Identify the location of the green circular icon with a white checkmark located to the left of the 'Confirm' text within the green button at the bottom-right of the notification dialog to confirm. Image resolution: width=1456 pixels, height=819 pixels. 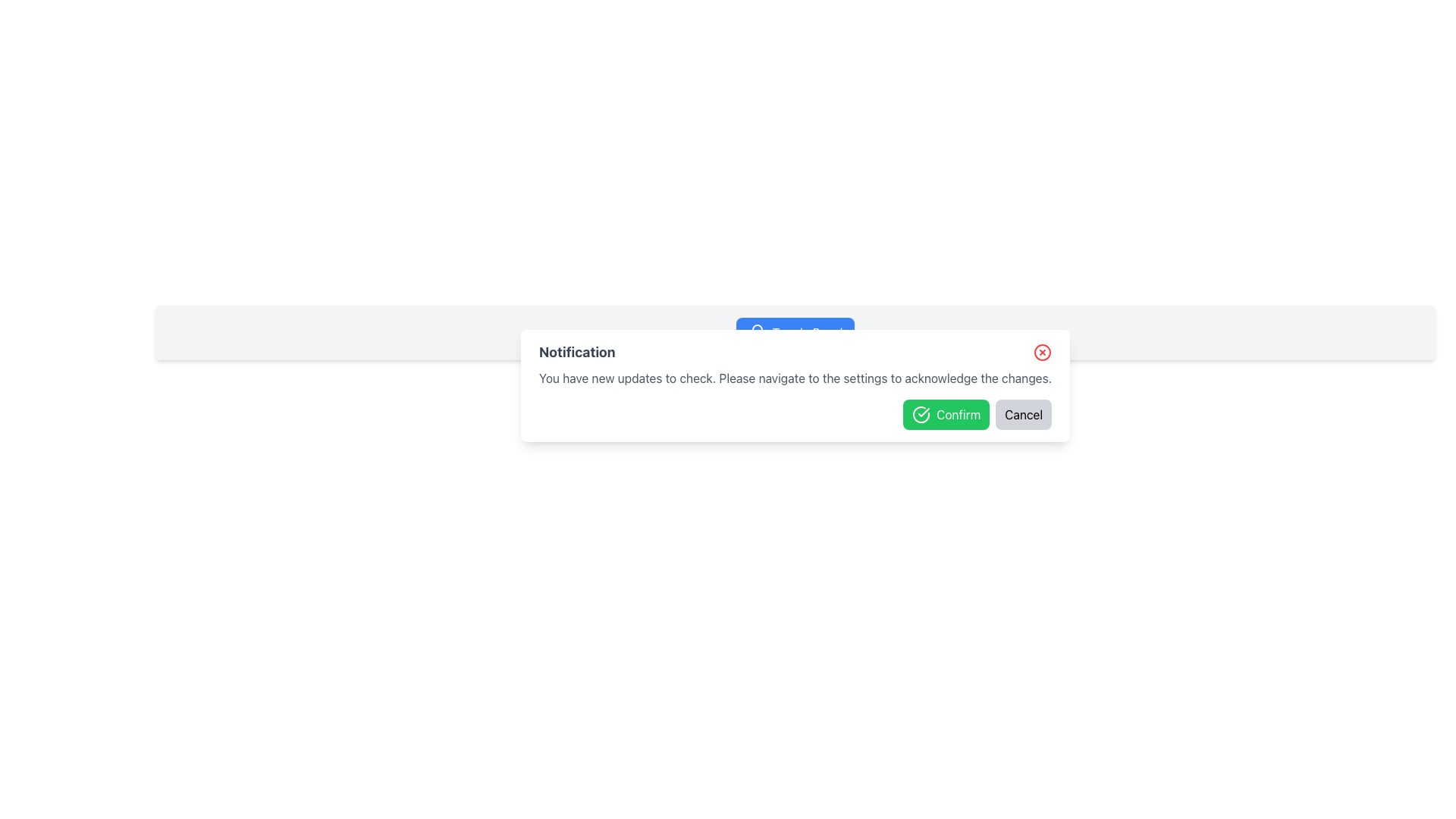
(921, 415).